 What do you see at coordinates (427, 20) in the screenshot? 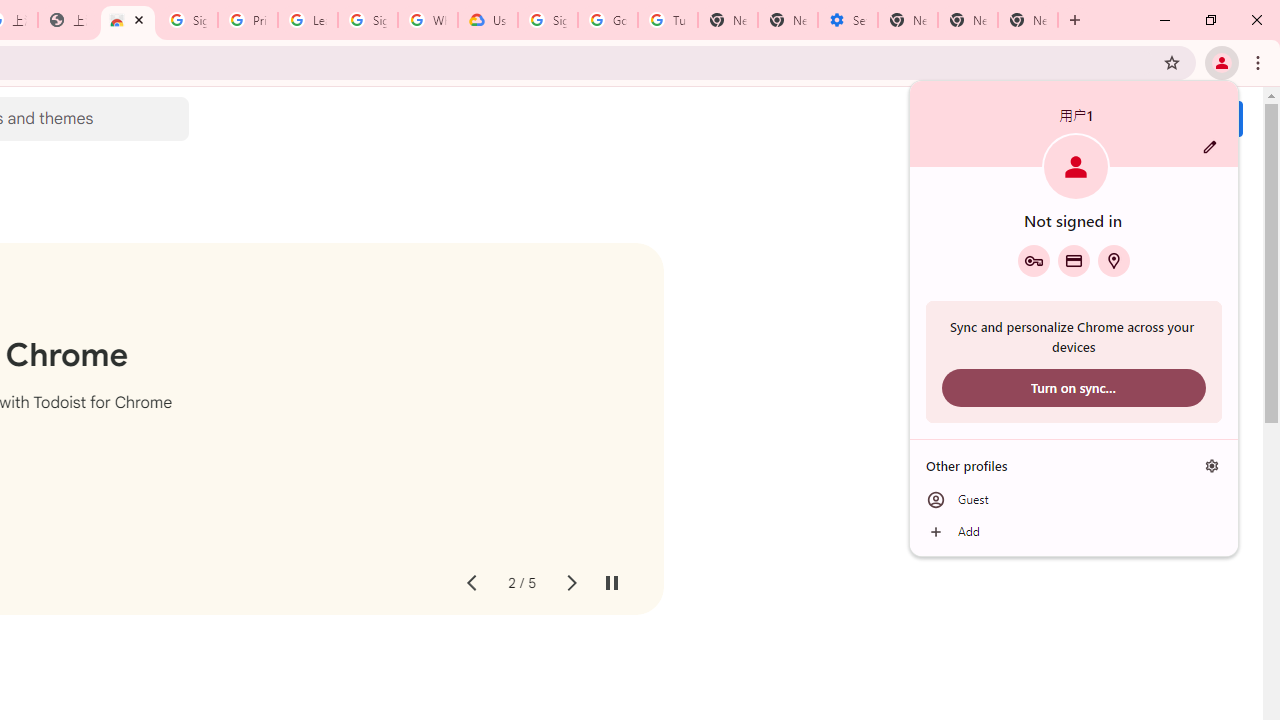
I see `'Who are Google'` at bounding box center [427, 20].